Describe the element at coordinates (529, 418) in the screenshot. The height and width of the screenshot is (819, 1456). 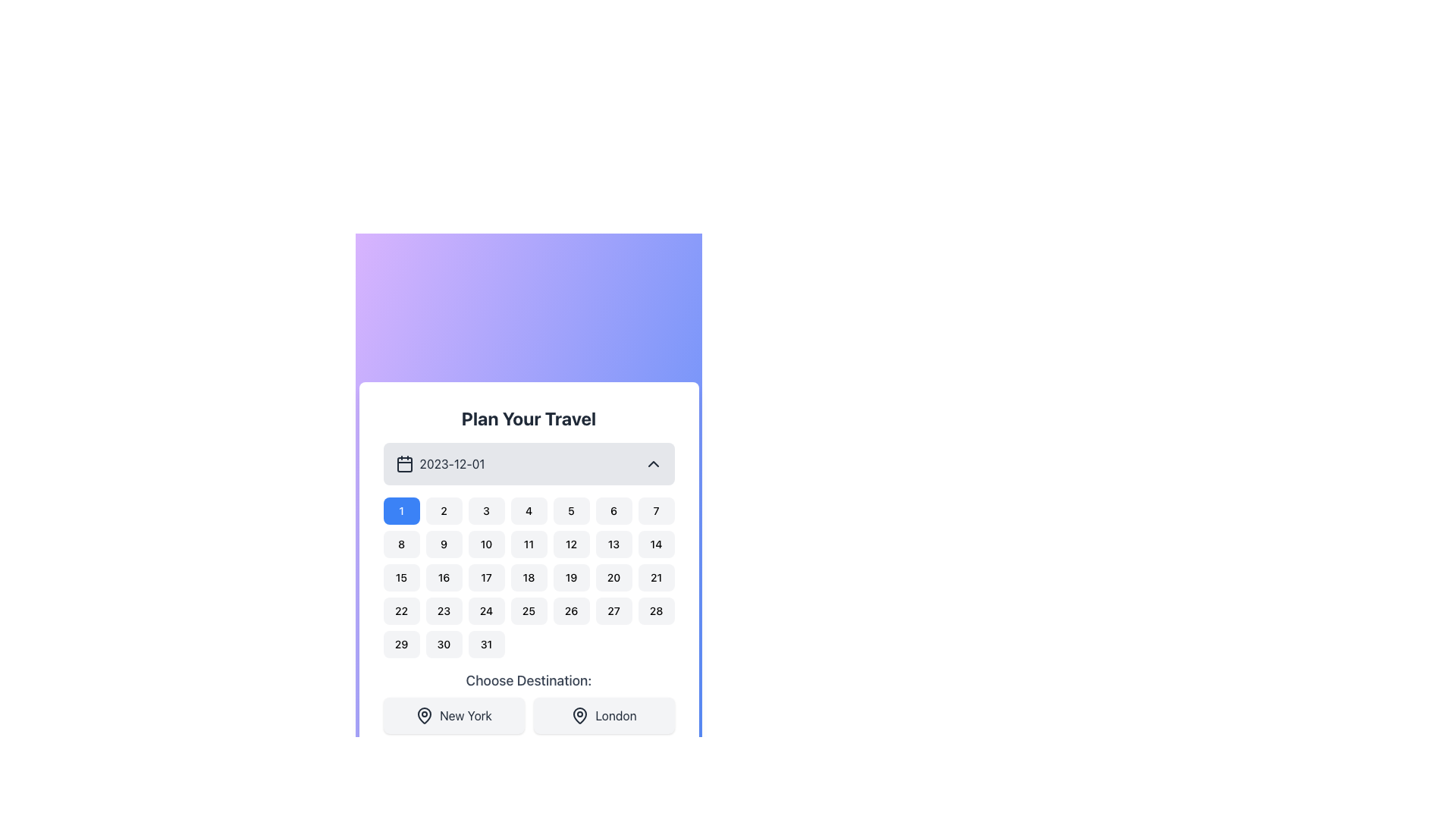
I see `the header text element reading 'Plan Your Travel', which is styled in bold and centered at the top of the travel planning interface card` at that location.